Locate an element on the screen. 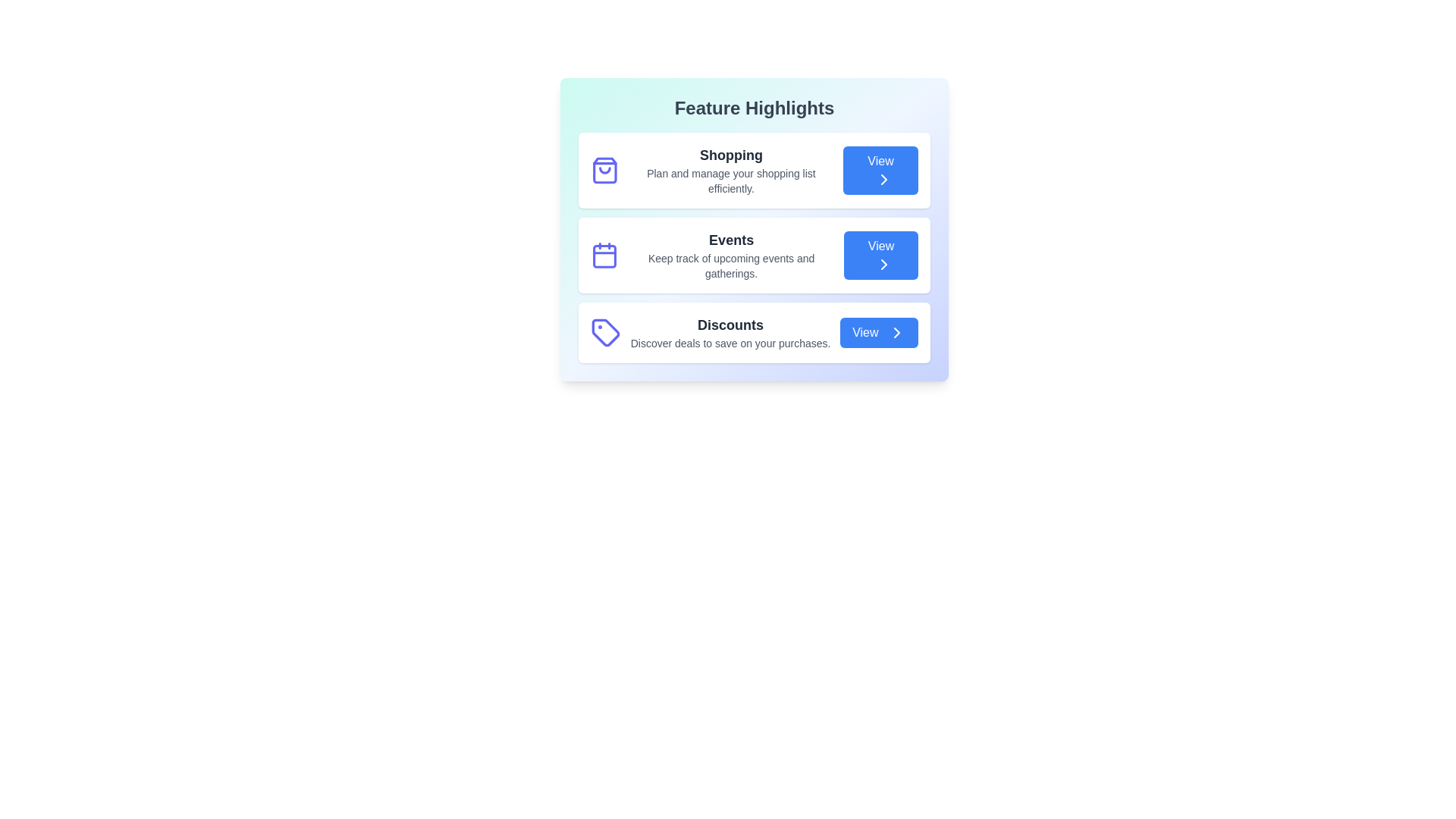 This screenshot has height=819, width=1456. the 'View' button for the feature Shopping is located at coordinates (880, 170).